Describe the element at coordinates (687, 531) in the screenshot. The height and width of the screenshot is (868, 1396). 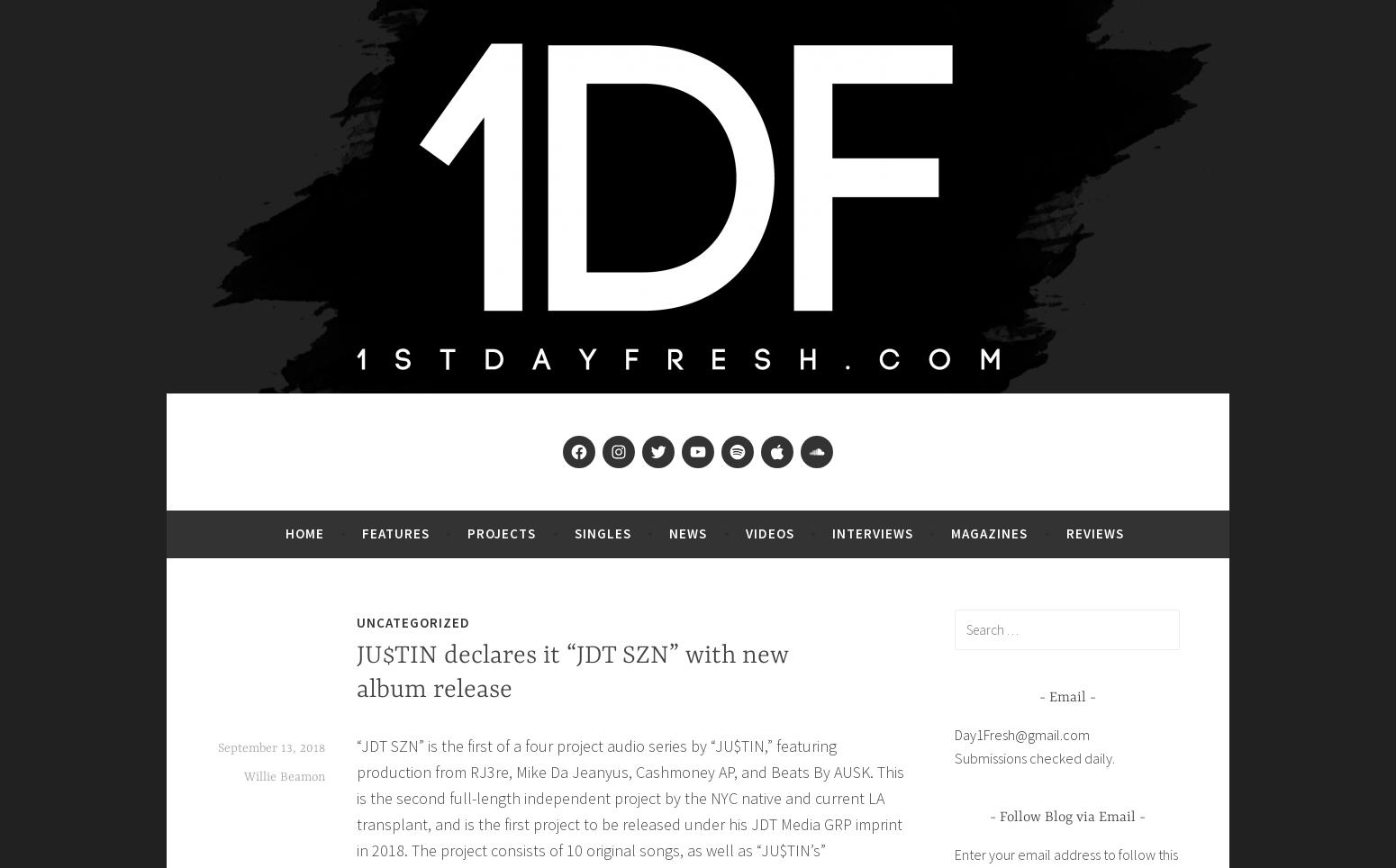
I see `'News'` at that location.